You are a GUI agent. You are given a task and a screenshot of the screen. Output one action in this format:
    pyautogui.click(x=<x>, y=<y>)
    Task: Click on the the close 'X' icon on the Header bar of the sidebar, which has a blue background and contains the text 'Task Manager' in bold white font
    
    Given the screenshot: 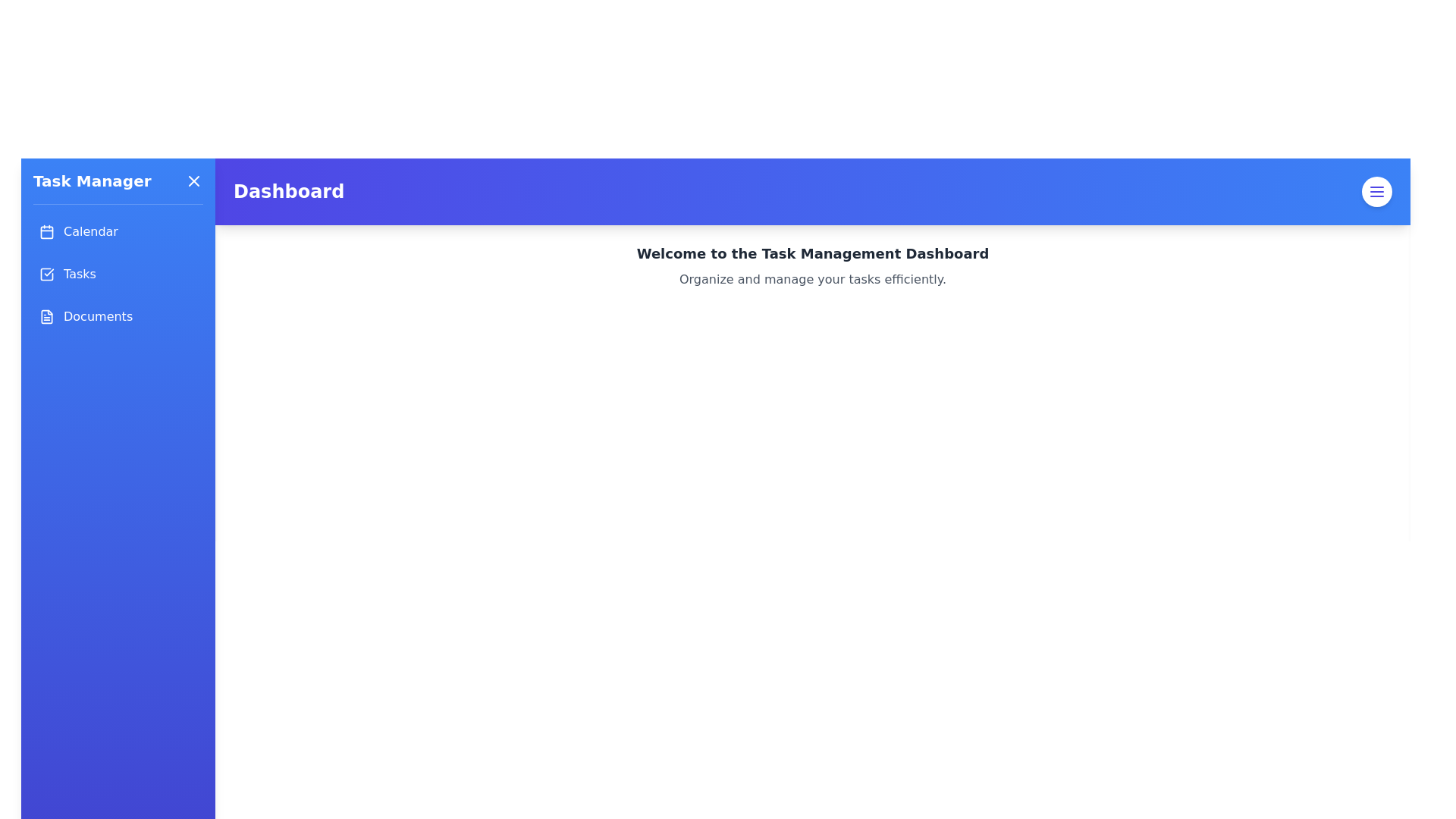 What is the action you would take?
    pyautogui.click(x=118, y=187)
    